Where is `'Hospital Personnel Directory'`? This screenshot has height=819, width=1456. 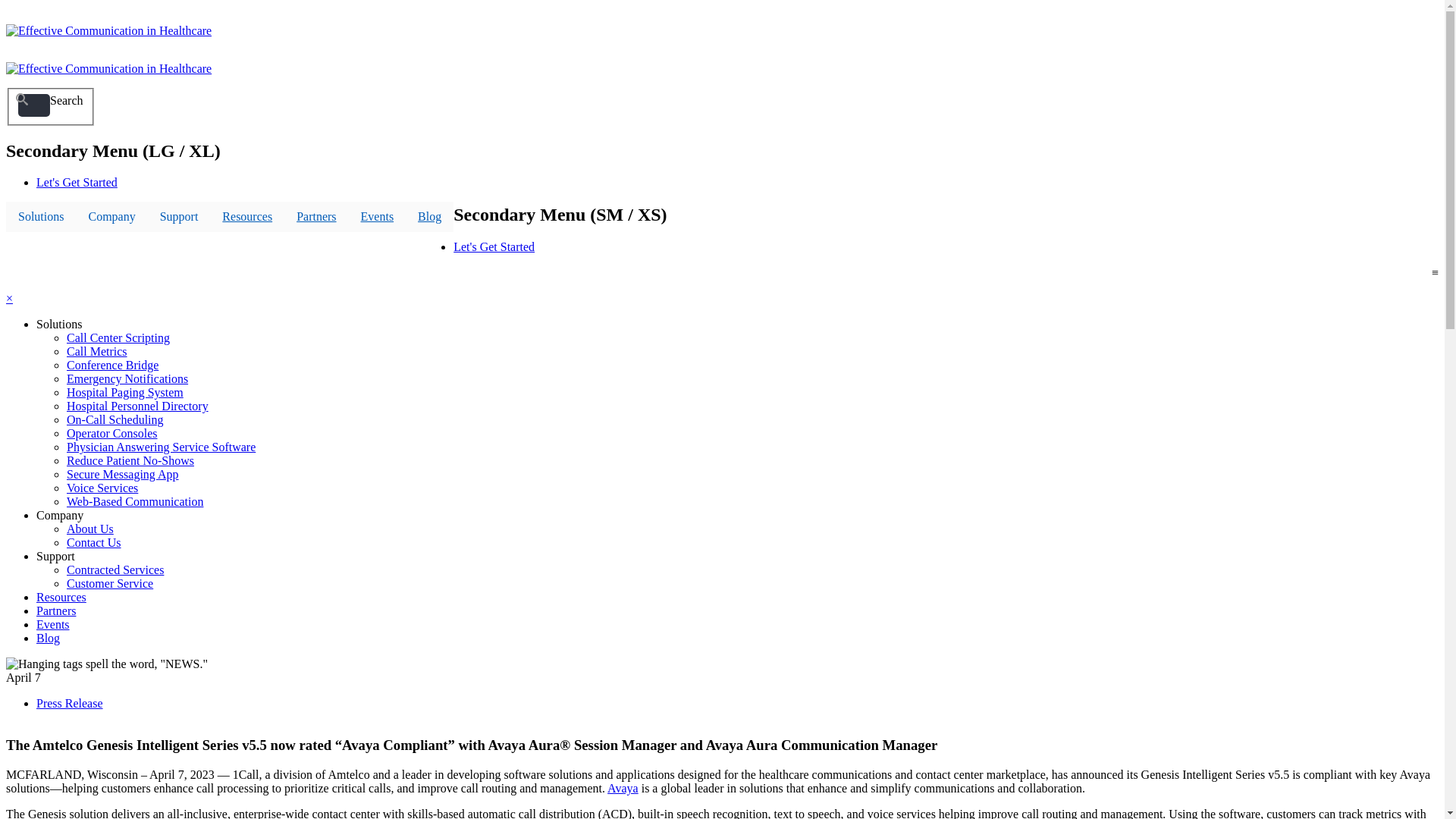 'Hospital Personnel Directory' is located at coordinates (137, 405).